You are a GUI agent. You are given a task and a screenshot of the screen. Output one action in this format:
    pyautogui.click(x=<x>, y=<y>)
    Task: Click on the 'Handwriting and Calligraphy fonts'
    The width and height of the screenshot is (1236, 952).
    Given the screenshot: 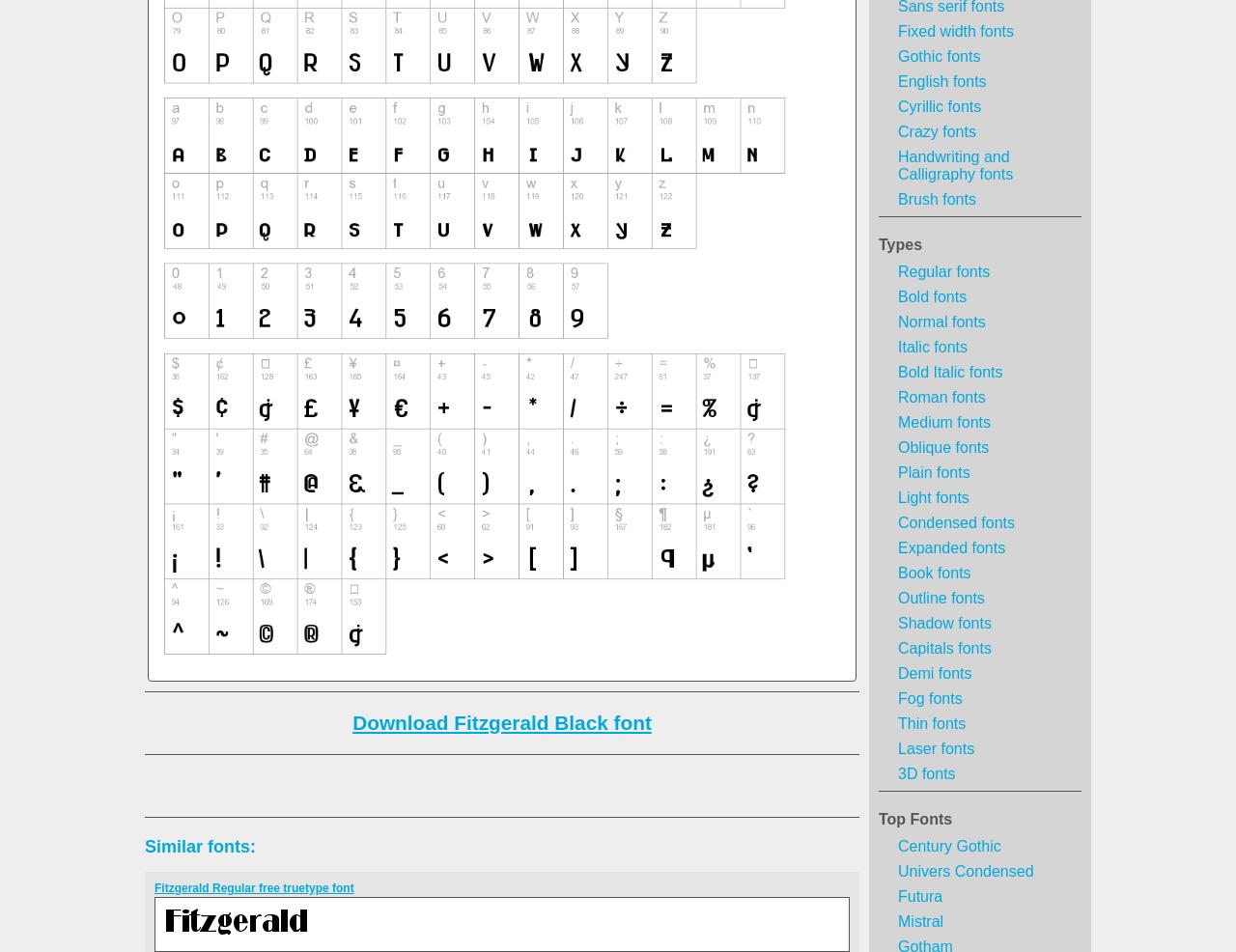 What is the action you would take?
    pyautogui.click(x=955, y=164)
    